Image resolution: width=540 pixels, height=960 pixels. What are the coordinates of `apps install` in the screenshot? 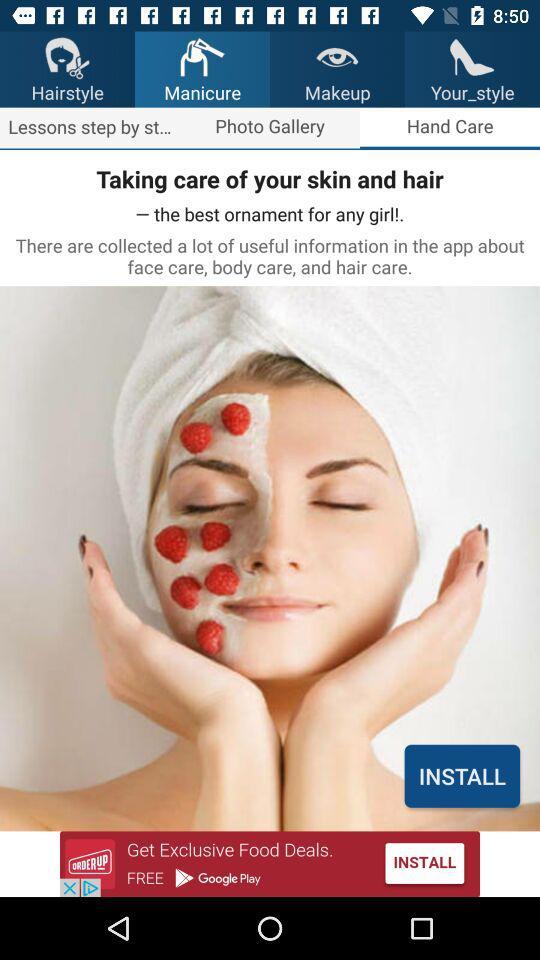 It's located at (270, 863).